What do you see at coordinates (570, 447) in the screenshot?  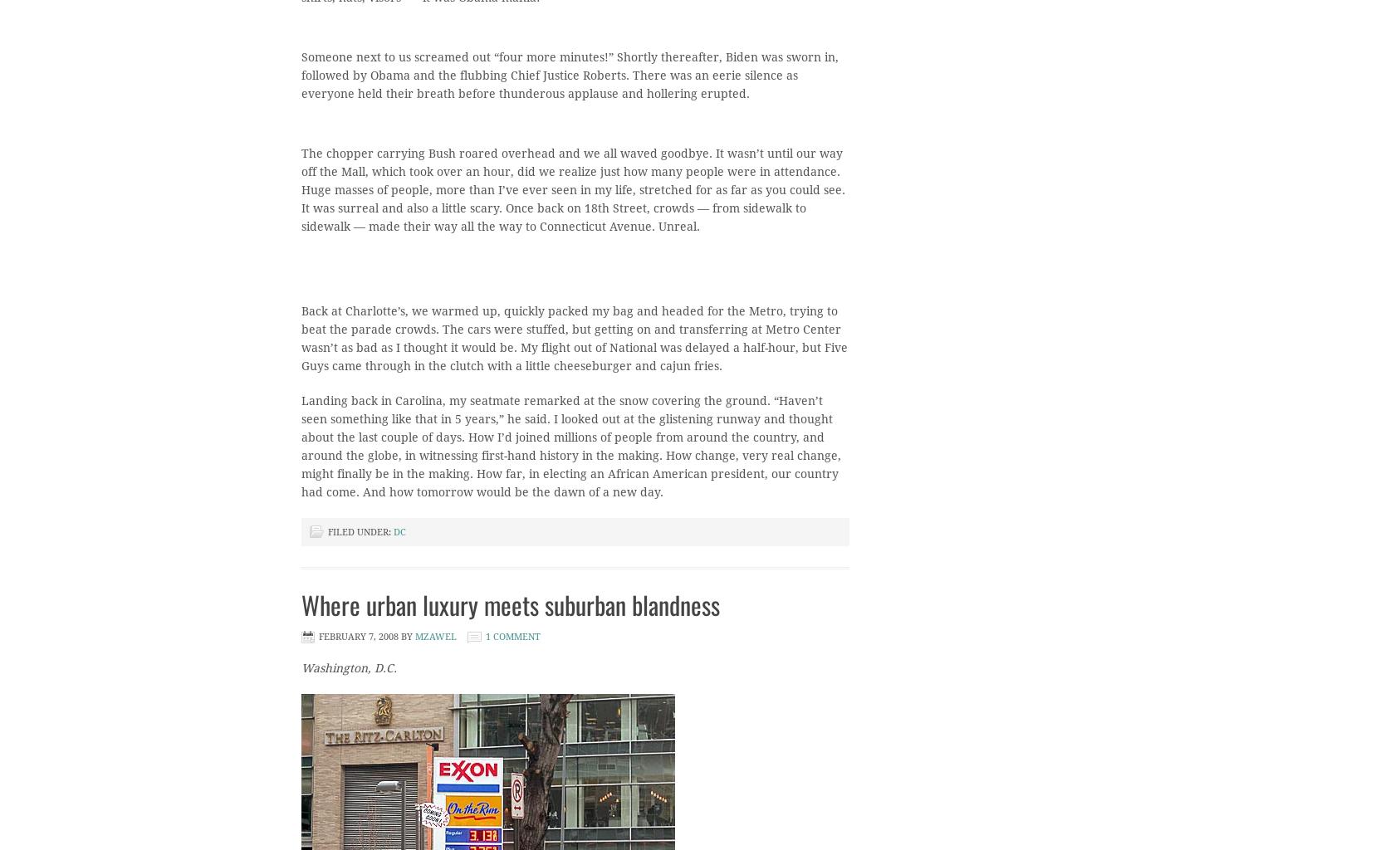 I see `'Landing back in Carolina, my seatmate remarked at the snow covering the ground. “Haven’t seen something like that in 5 years,” he said. I looked out at the glistening runway and thought about the last couple of days. How I’d joined millions of people from around the country, and around the globe, in witnessing first-hand history in the making. How change, very real change, might finally be in the making. How far, in electing an African American president, our country had come. And how tomorrow would be the dawn of a new day.'` at bounding box center [570, 447].